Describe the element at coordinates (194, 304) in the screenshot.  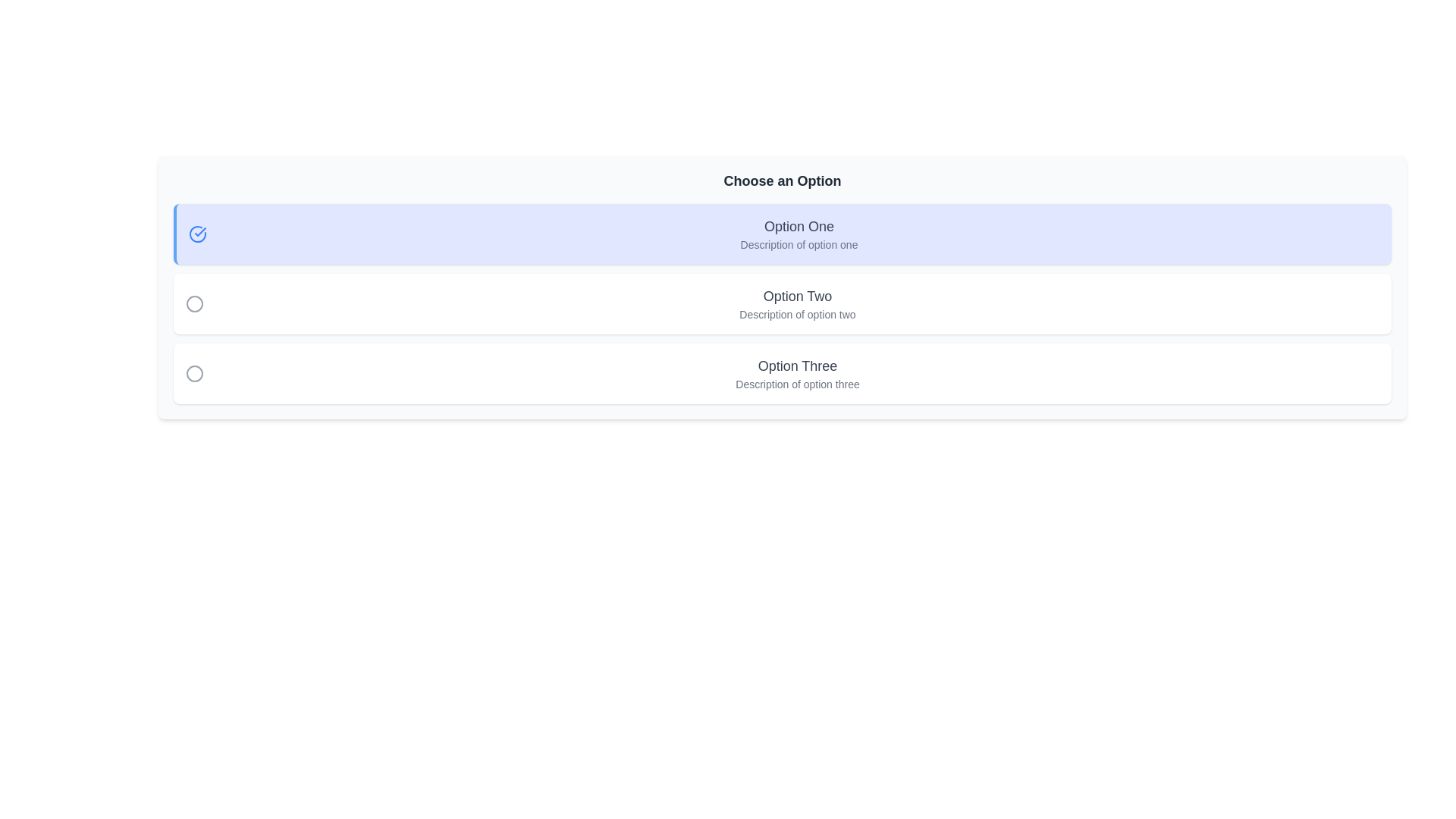
I see `the icon positioned to the left of the 'Option Two' button` at that location.